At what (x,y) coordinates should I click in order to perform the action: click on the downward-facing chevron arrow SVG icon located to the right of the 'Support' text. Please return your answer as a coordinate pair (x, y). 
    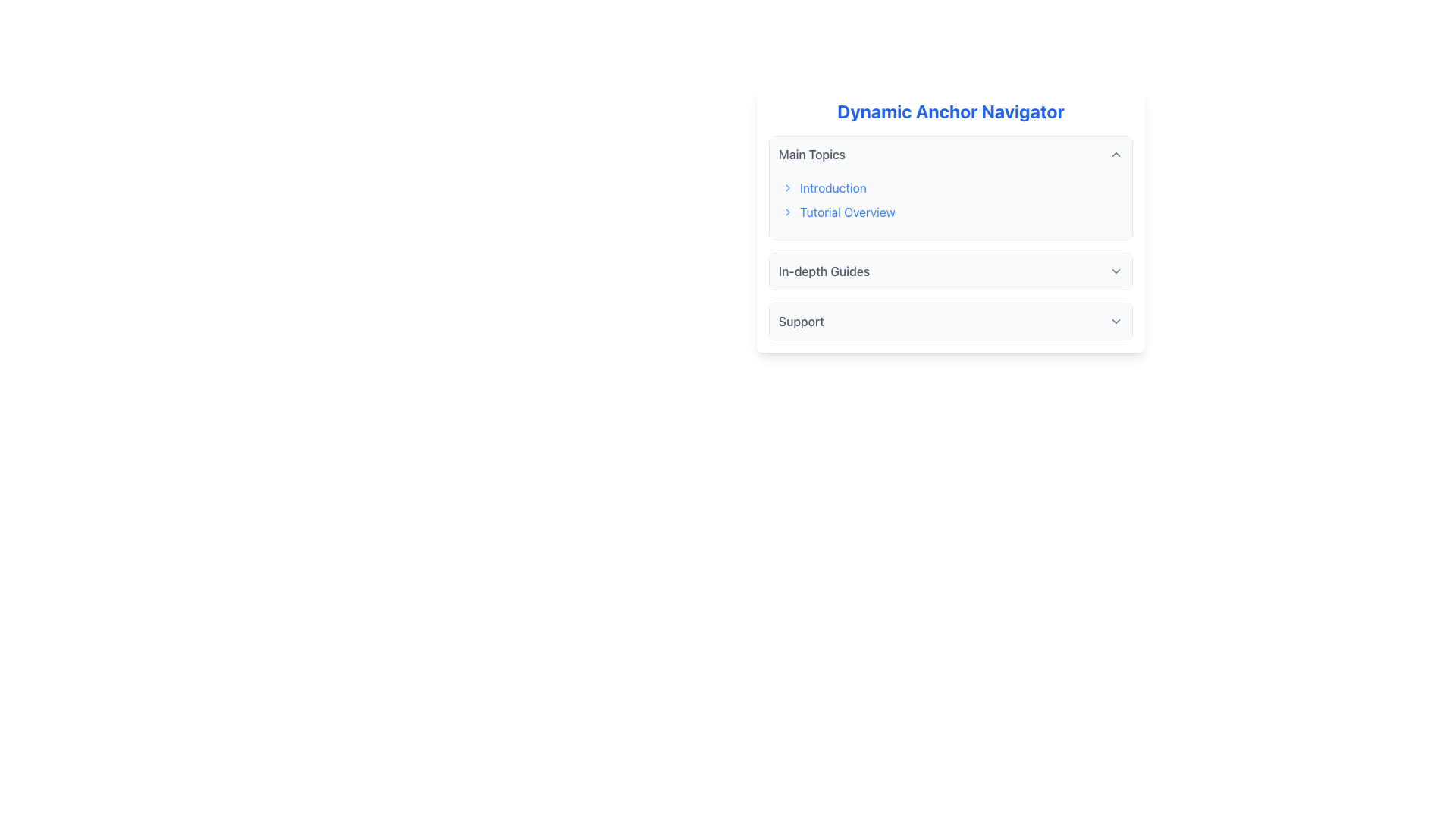
    Looking at the image, I should click on (1116, 321).